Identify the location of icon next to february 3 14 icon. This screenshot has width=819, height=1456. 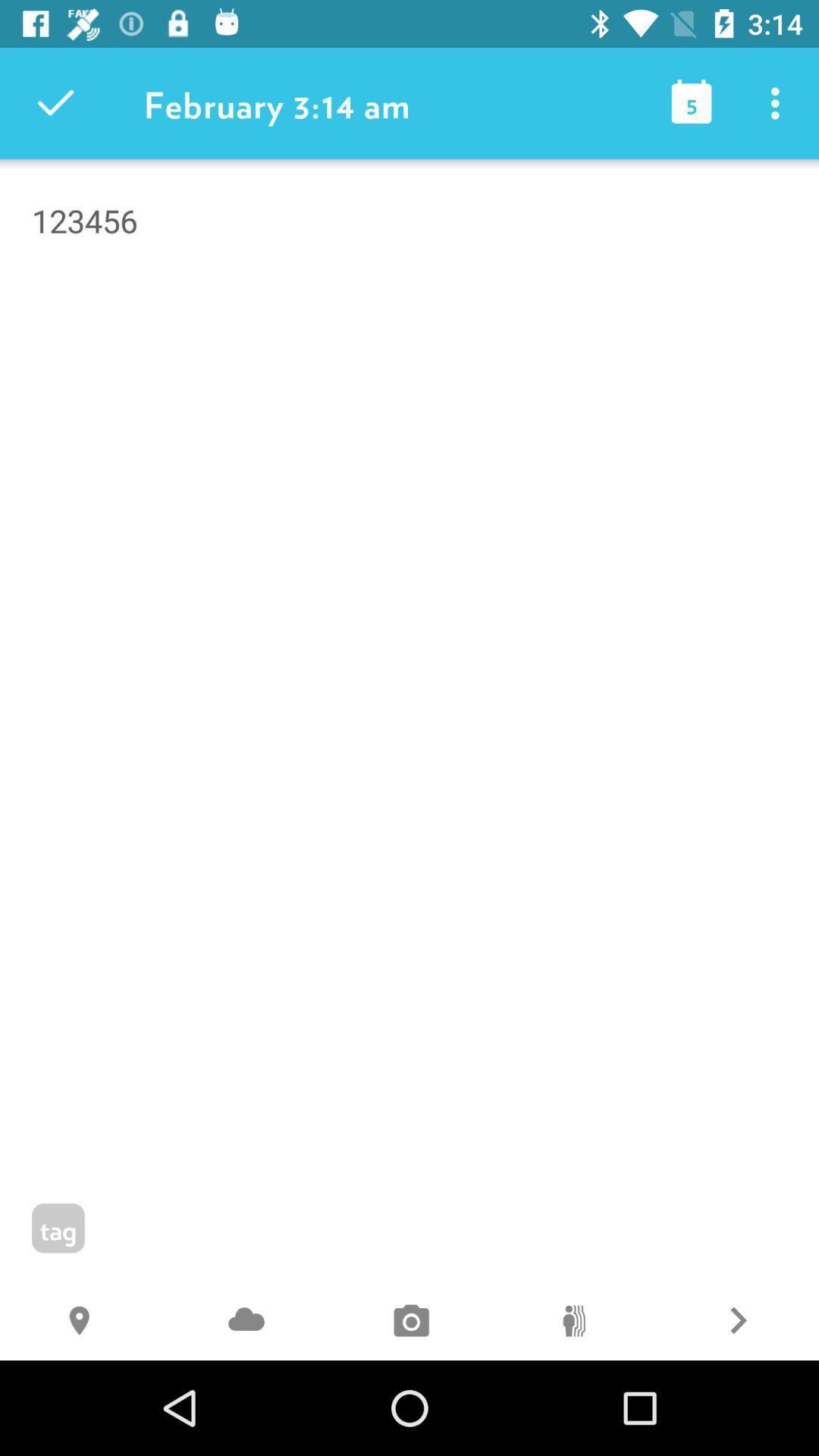
(55, 102).